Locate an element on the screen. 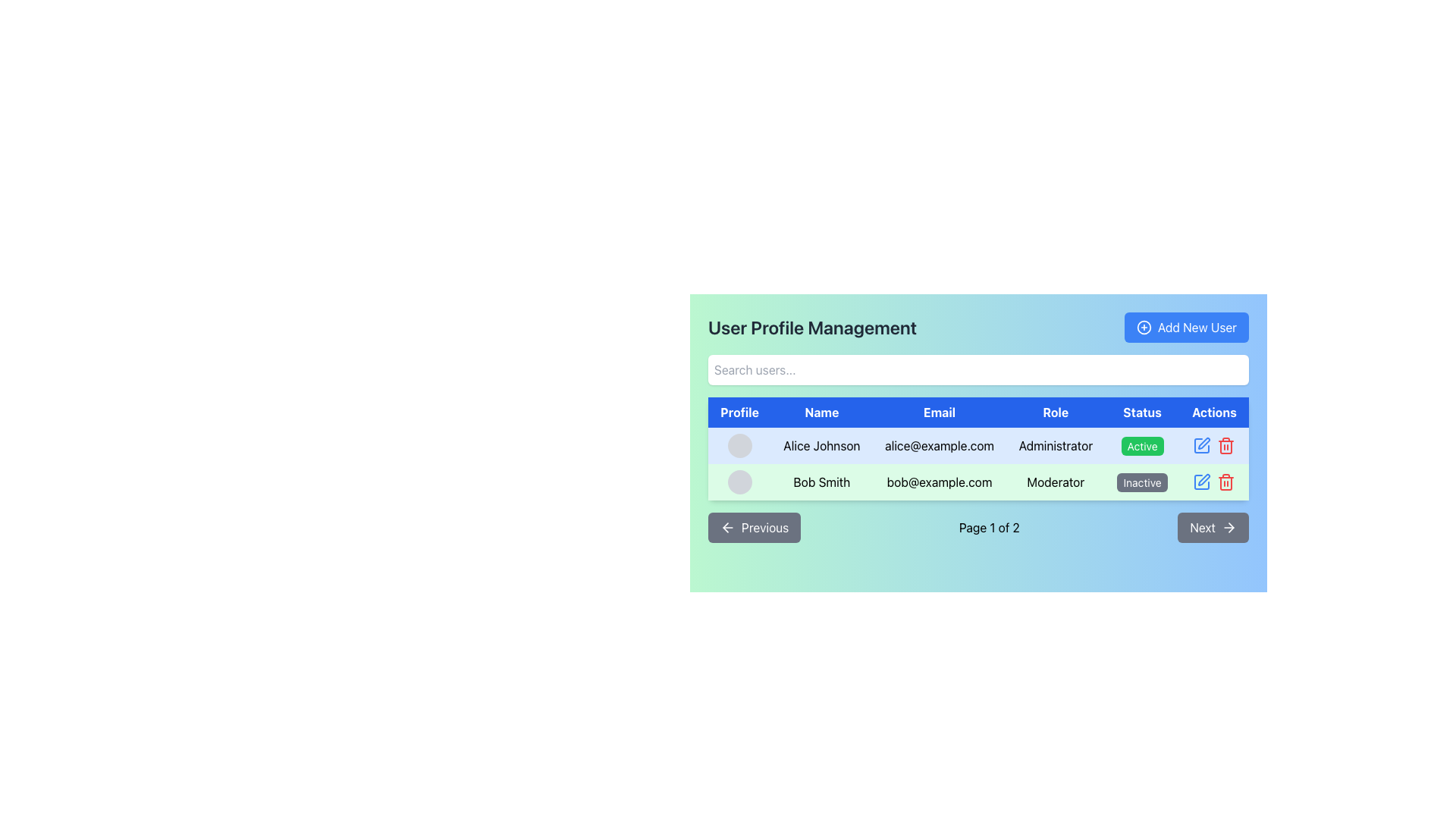 This screenshot has width=1456, height=819. the middle part of the trash bin icon in the 'Actions' column of the user management table for deletion is located at coordinates (1226, 447).